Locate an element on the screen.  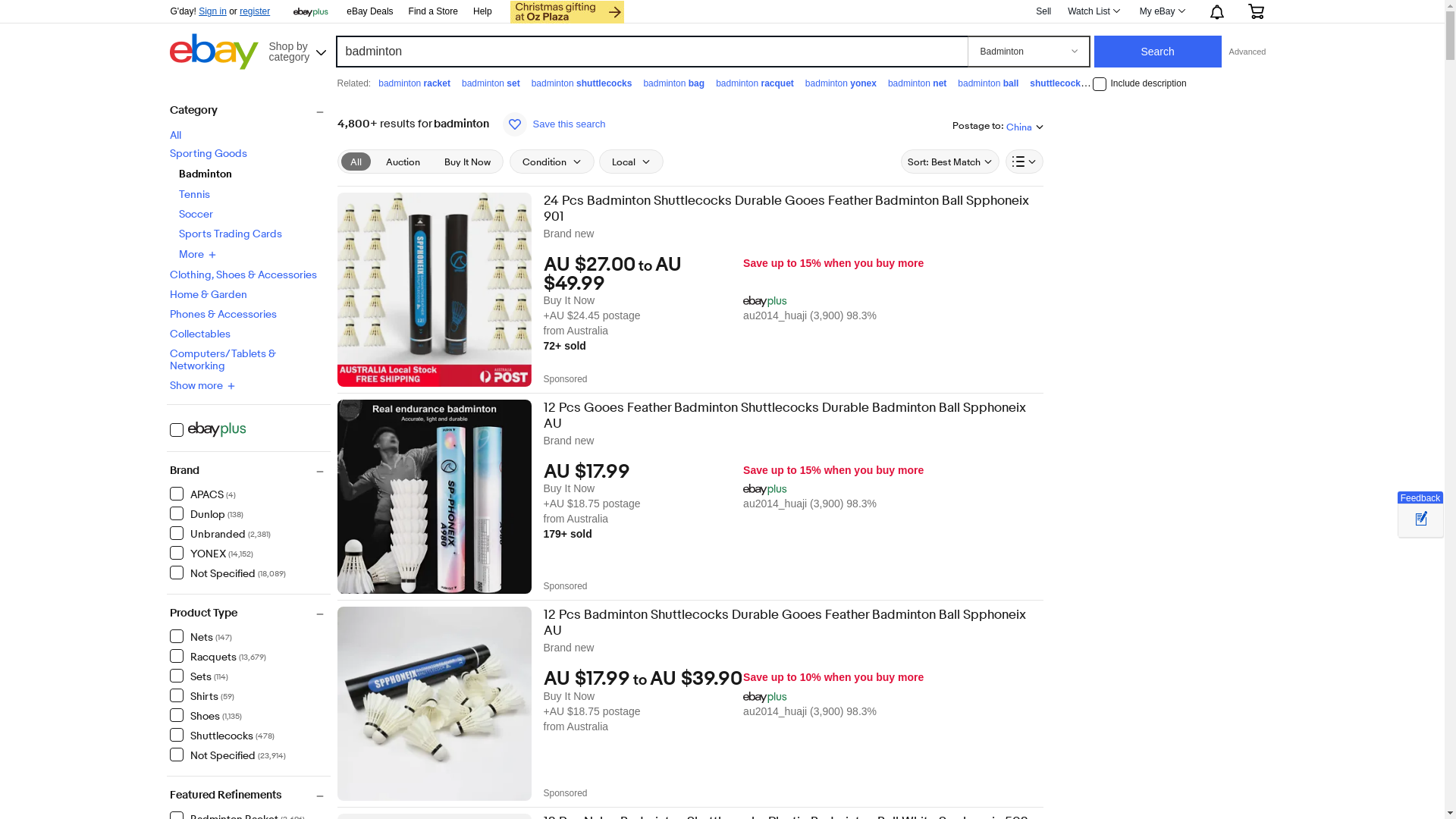
'Sign in' is located at coordinates (198, 11).